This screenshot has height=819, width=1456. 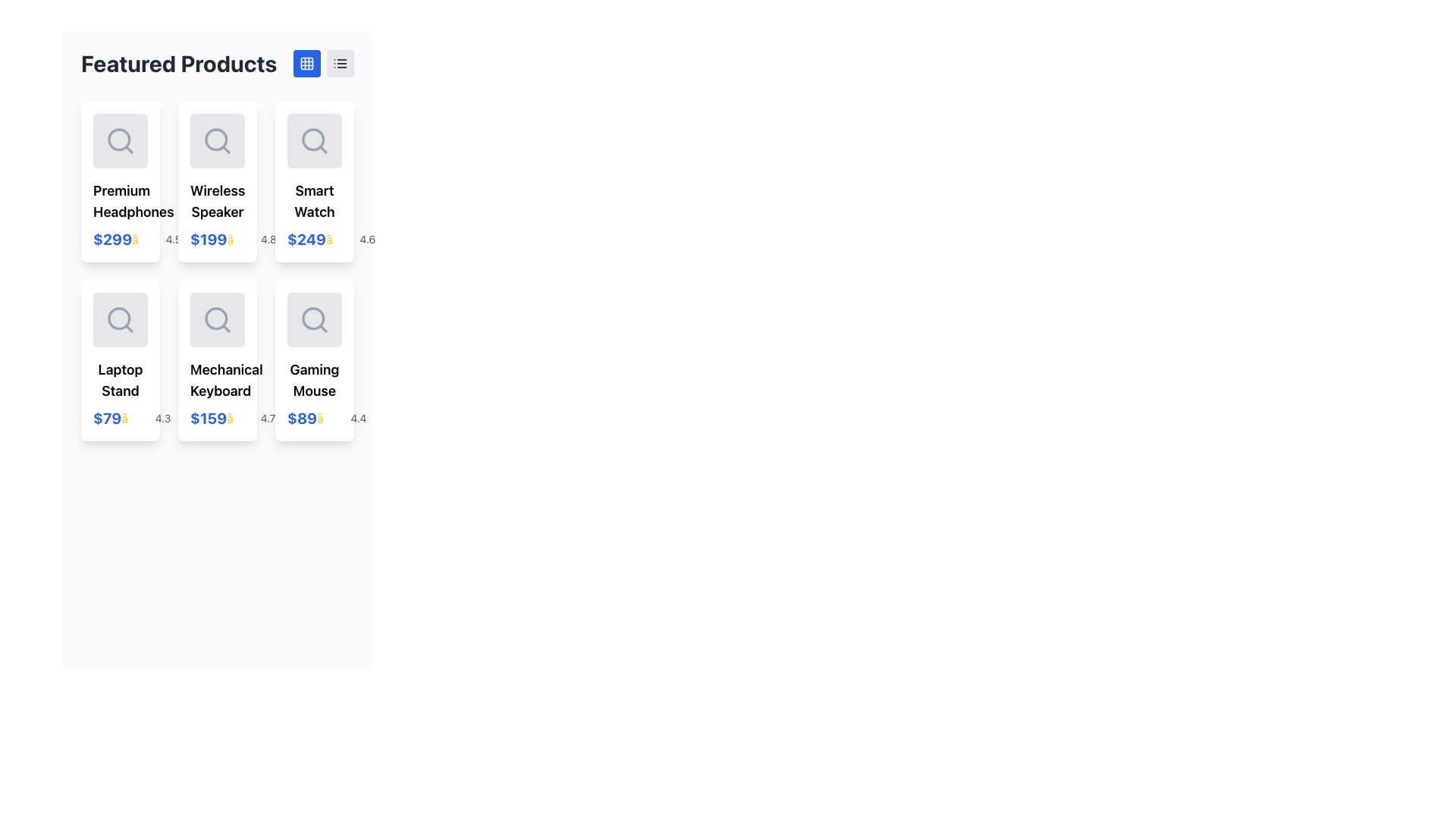 I want to click on the text display showing the rating '4.4' in gray color, located to the right of the yellow star icon on the 'Gaming Mouse' product card, so click(x=358, y=418).